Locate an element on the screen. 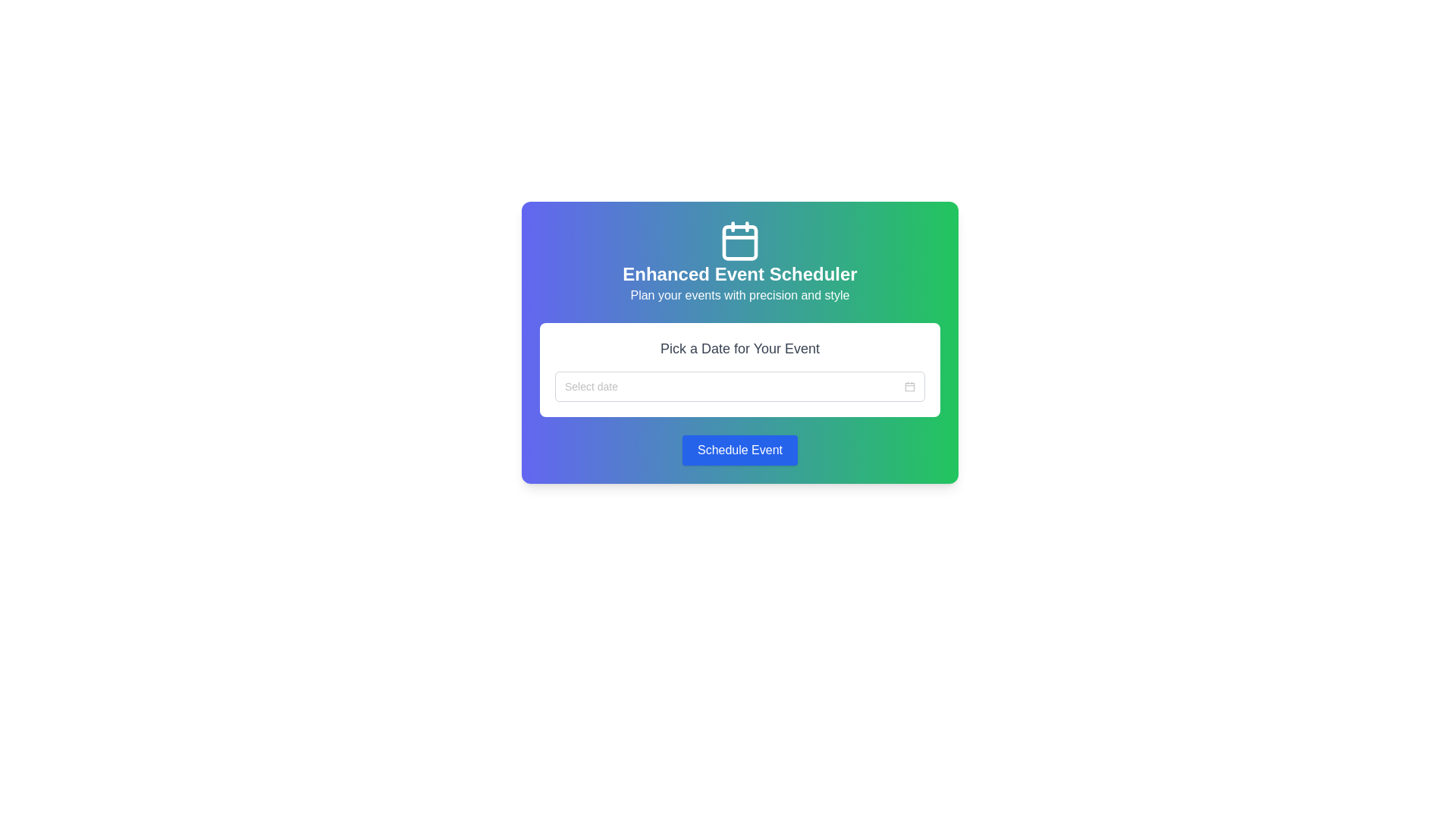  the Date Picker Input Field located below the header 'Pick a Date for Your Event' to start typing a date is located at coordinates (739, 385).